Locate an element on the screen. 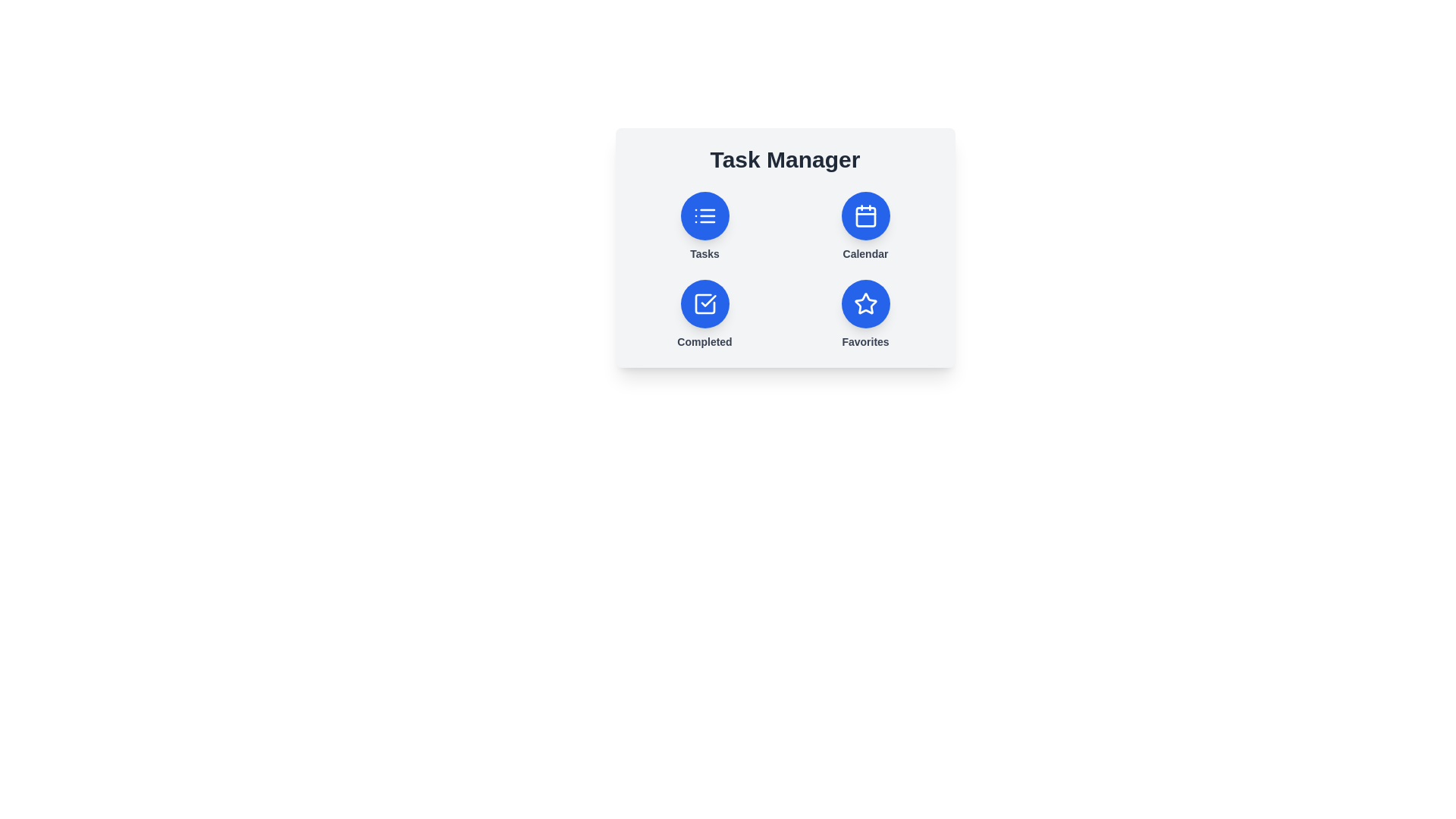  the 'Tasks' icon located in the top-left quadrant of the button layout is located at coordinates (704, 216).